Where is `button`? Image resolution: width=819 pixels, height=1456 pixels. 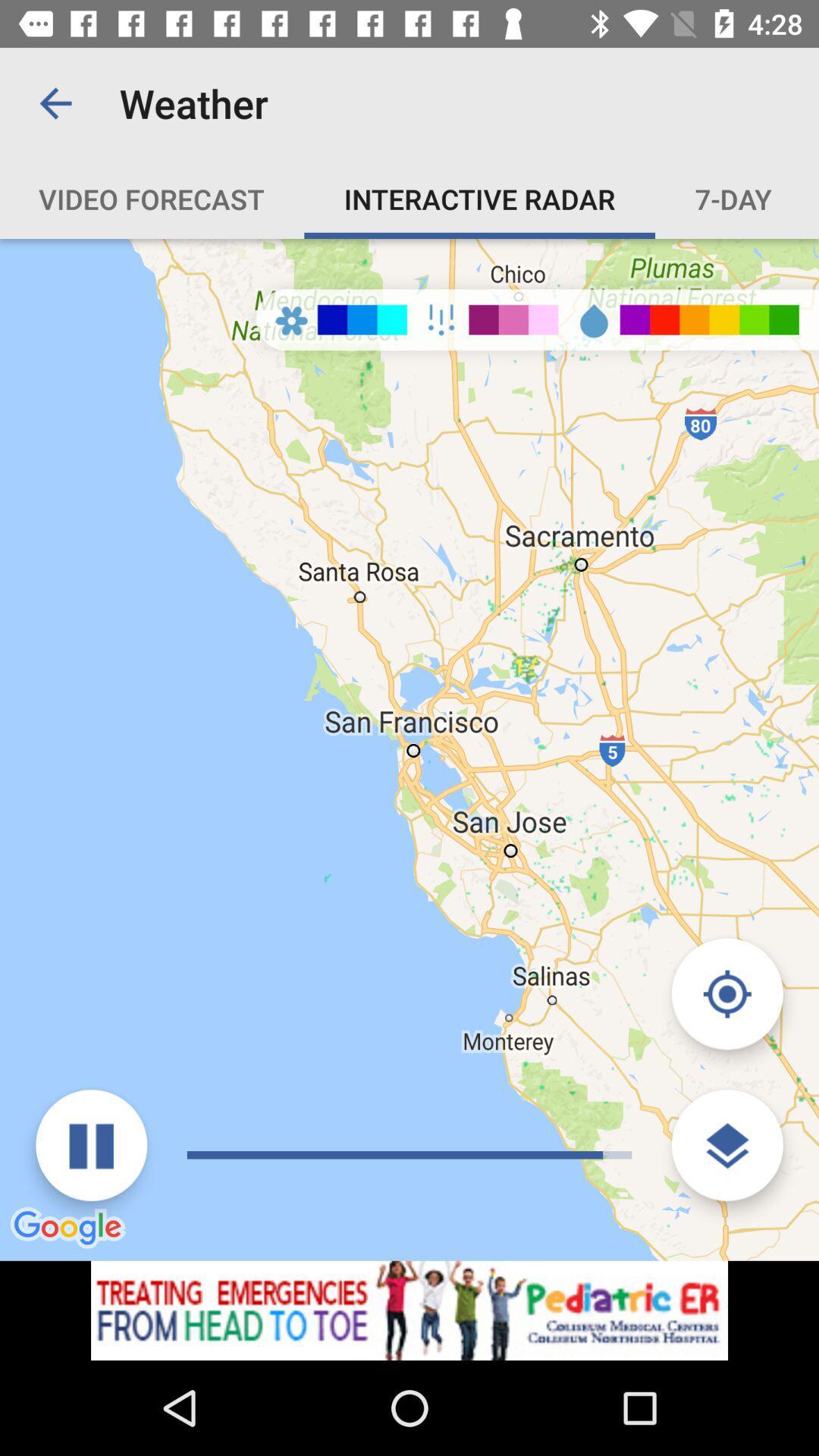
button is located at coordinates (91, 1145).